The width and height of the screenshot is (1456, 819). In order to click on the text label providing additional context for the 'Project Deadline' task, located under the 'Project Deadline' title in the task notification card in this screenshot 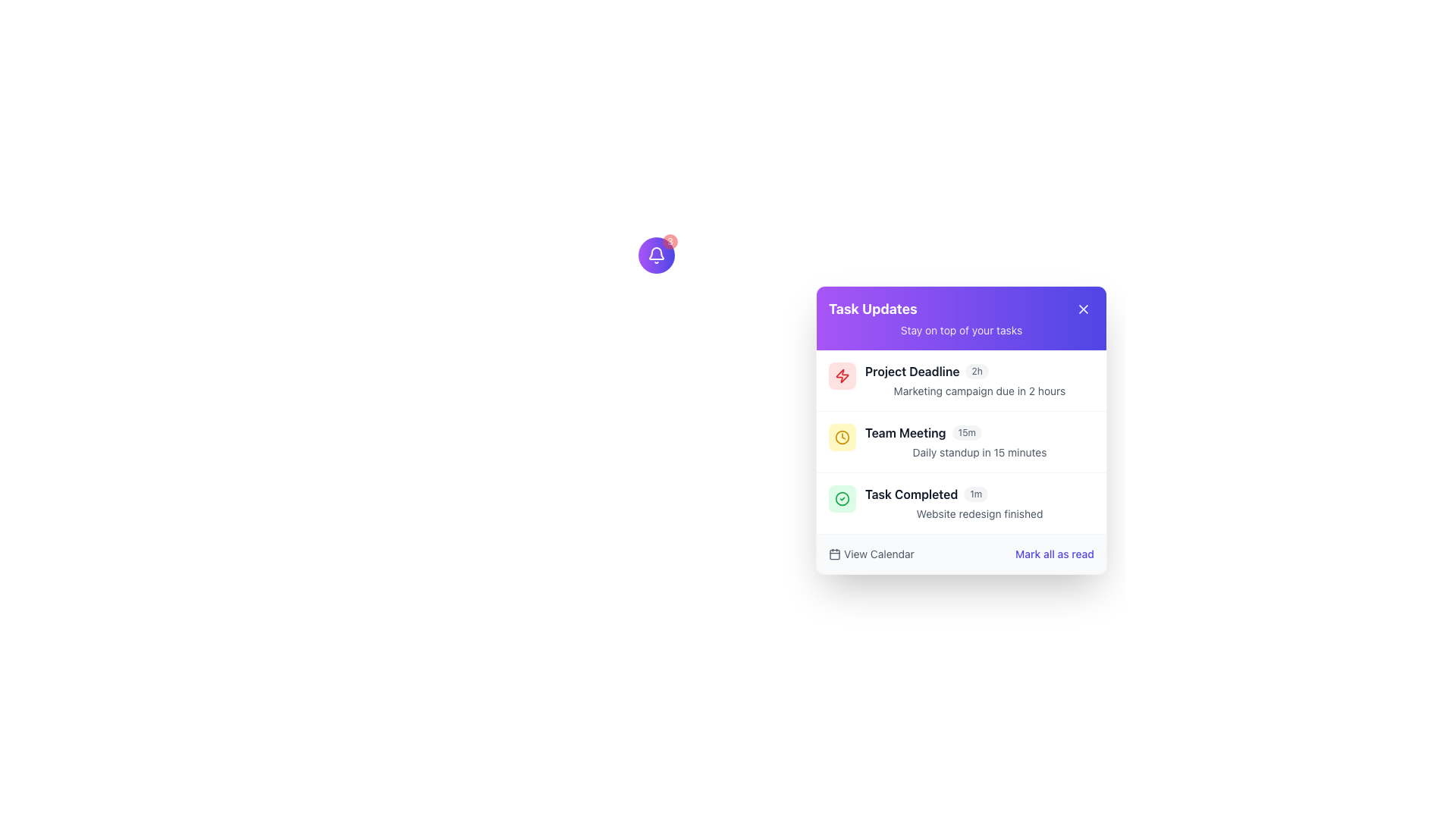, I will do `click(979, 391)`.